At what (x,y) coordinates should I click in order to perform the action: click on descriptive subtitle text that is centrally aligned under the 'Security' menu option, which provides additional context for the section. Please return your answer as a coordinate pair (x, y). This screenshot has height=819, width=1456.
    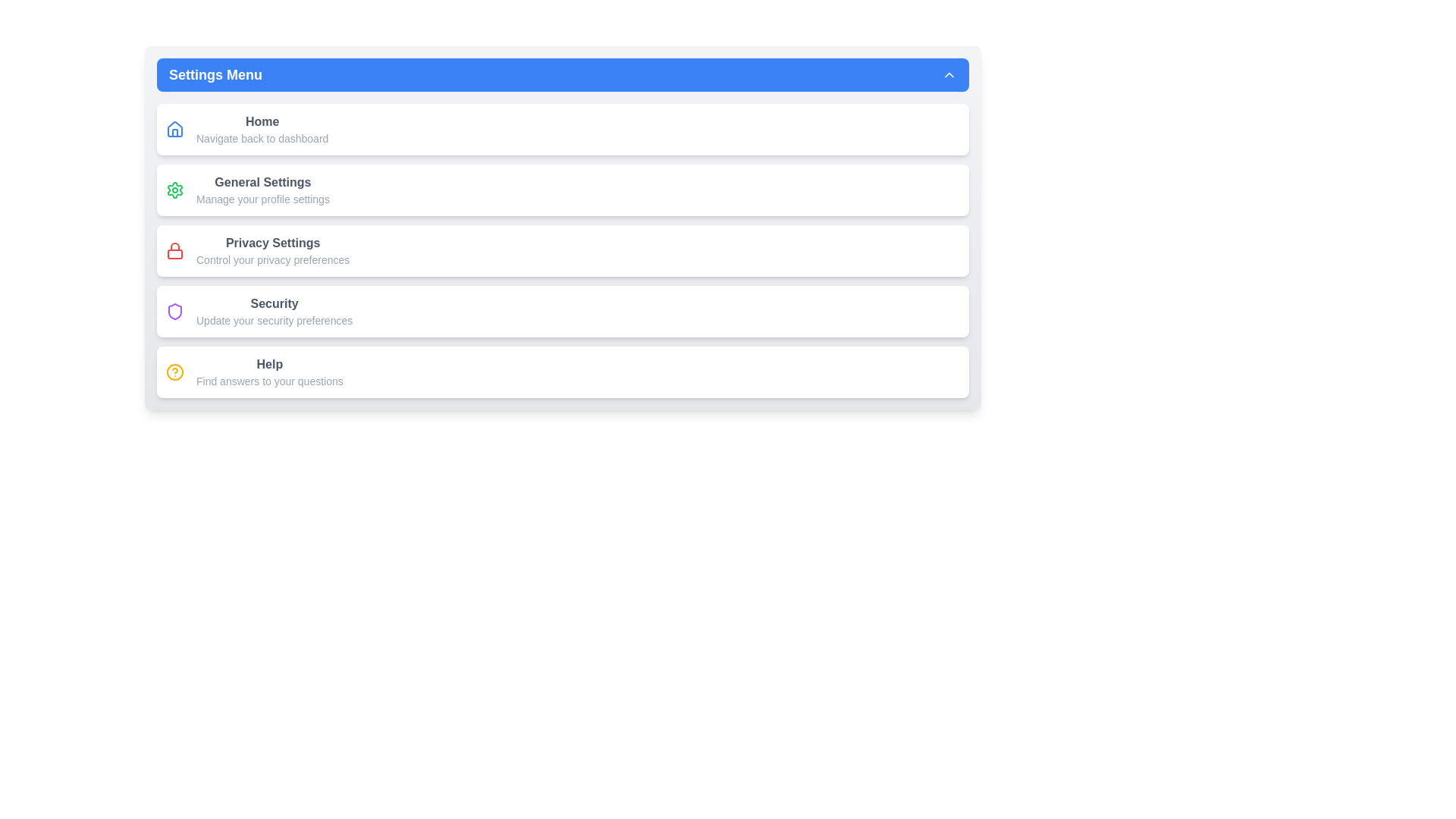
    Looking at the image, I should click on (275, 320).